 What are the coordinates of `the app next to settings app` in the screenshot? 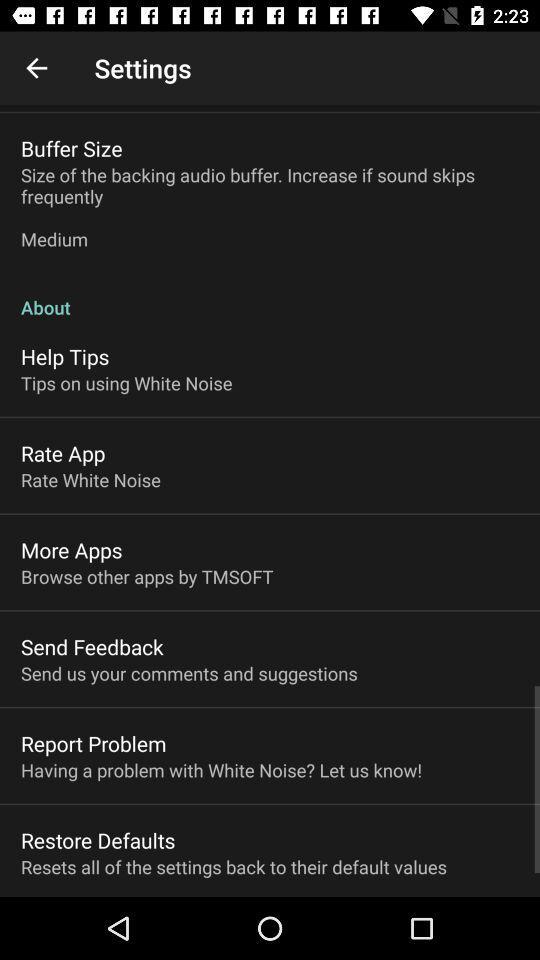 It's located at (36, 68).